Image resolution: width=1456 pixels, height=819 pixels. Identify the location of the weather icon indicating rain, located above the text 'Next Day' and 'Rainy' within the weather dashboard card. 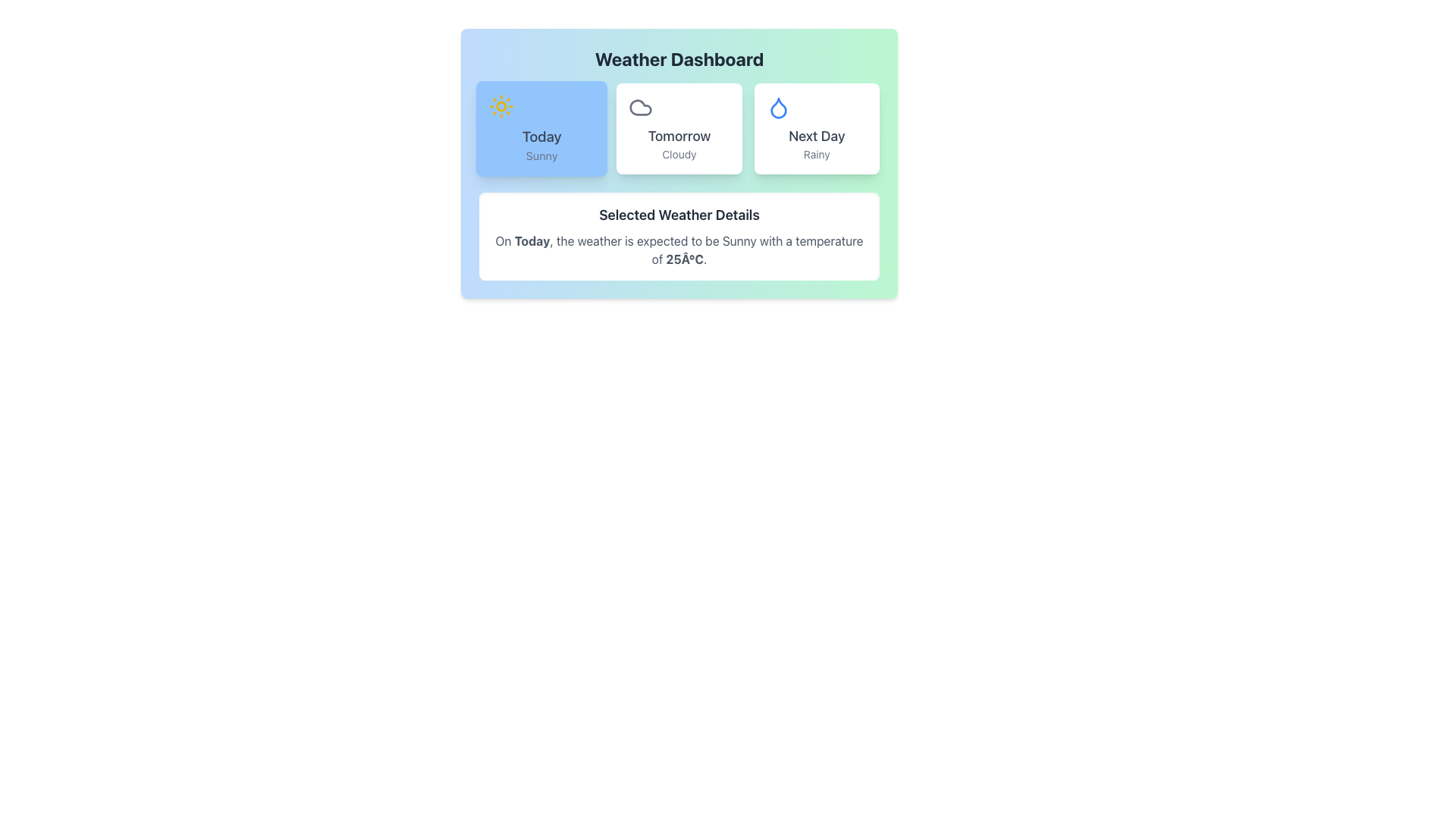
(778, 107).